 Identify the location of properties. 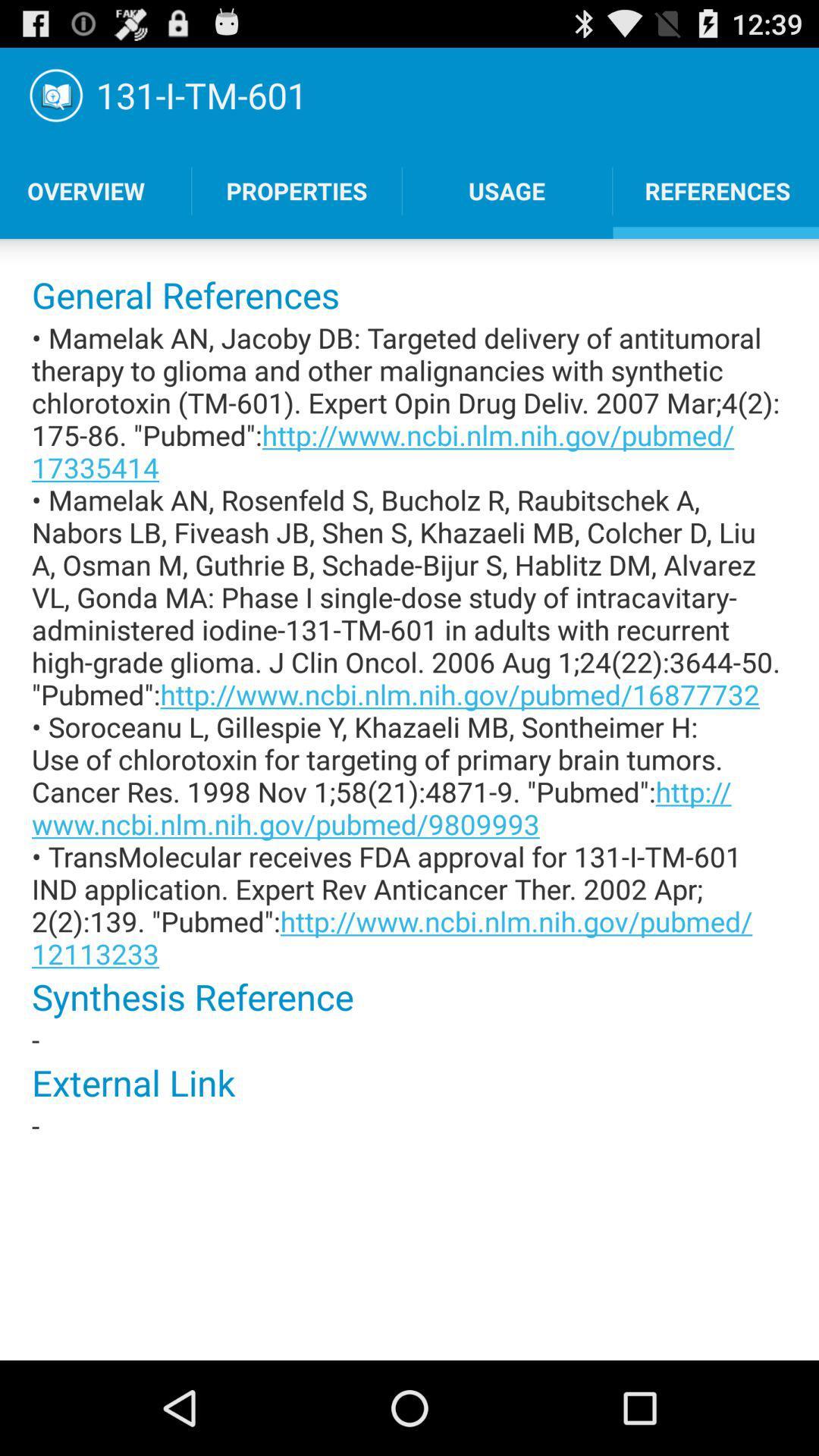
(297, 190).